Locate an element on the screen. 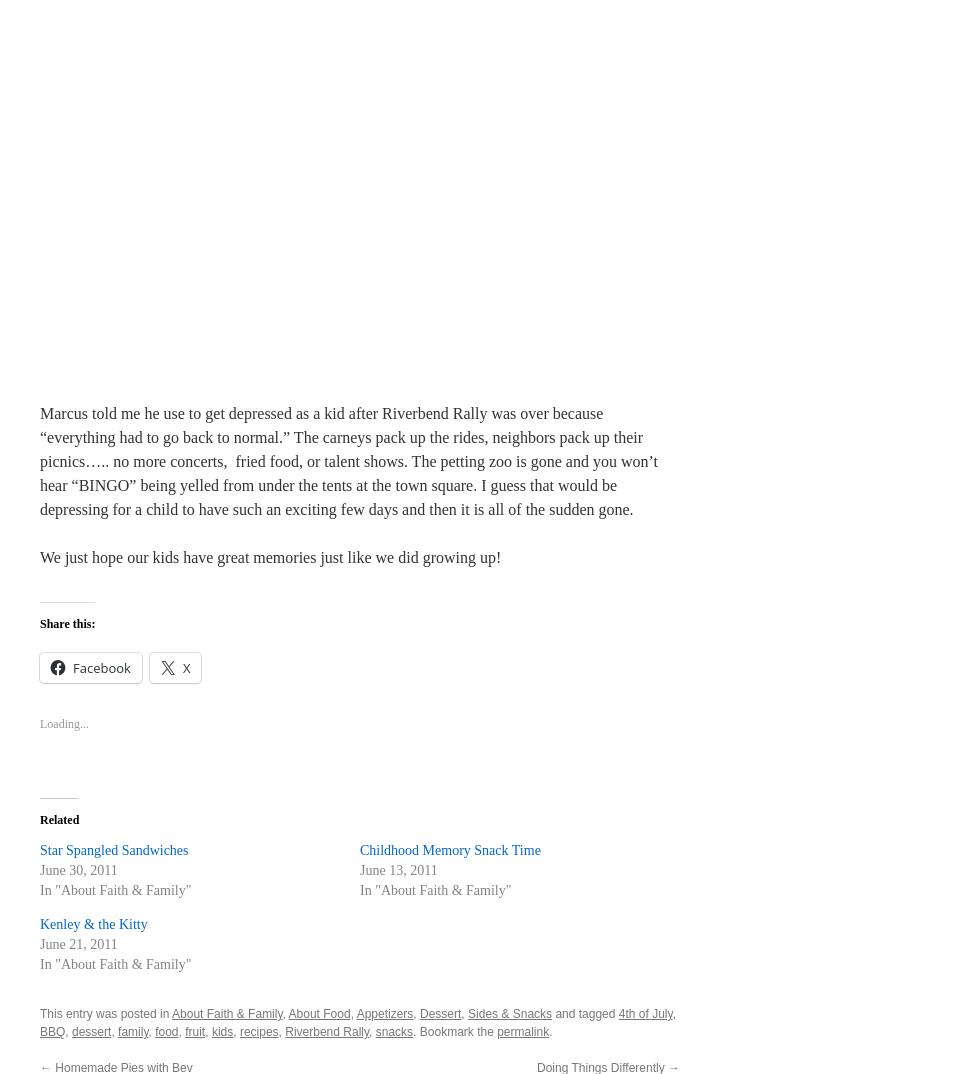 The height and width of the screenshot is (1074, 980). 'About Food' is located at coordinates (318, 1012).